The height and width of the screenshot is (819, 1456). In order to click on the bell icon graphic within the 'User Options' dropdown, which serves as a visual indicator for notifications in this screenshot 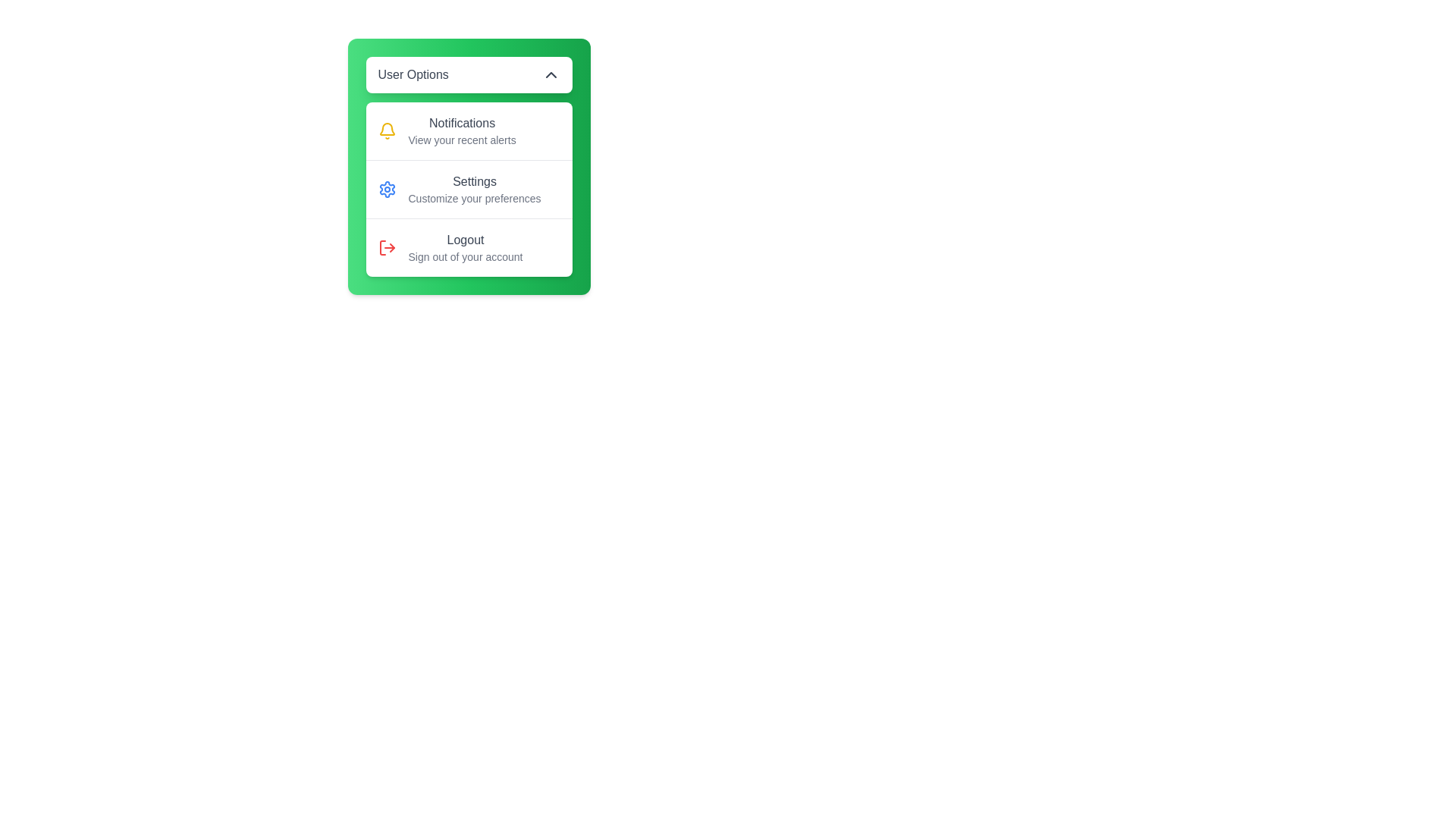, I will do `click(387, 128)`.